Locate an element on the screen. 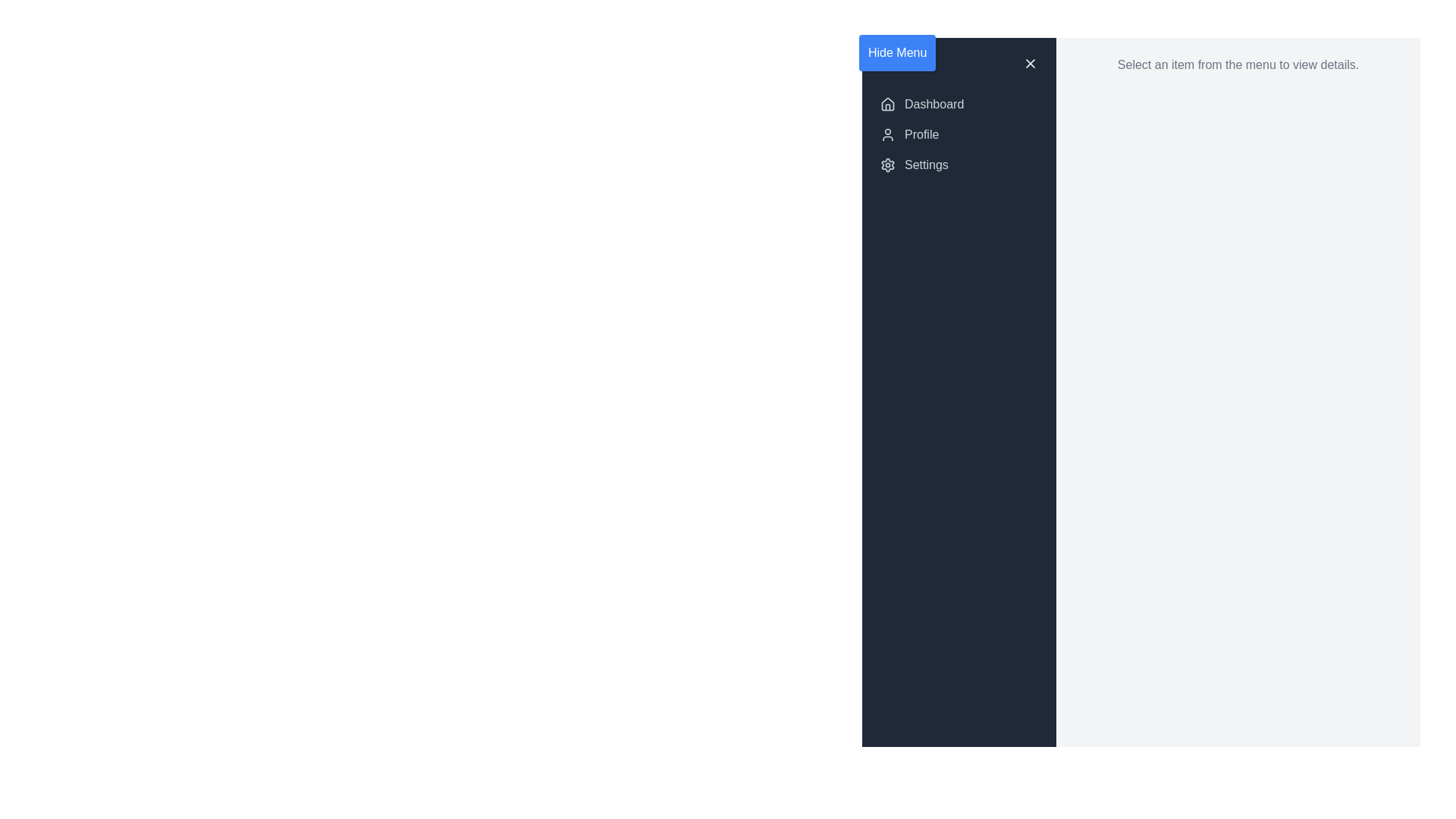 This screenshot has width=1456, height=819. the 'Profile' menu item, which is the second item in a vertical menu is located at coordinates (959, 133).